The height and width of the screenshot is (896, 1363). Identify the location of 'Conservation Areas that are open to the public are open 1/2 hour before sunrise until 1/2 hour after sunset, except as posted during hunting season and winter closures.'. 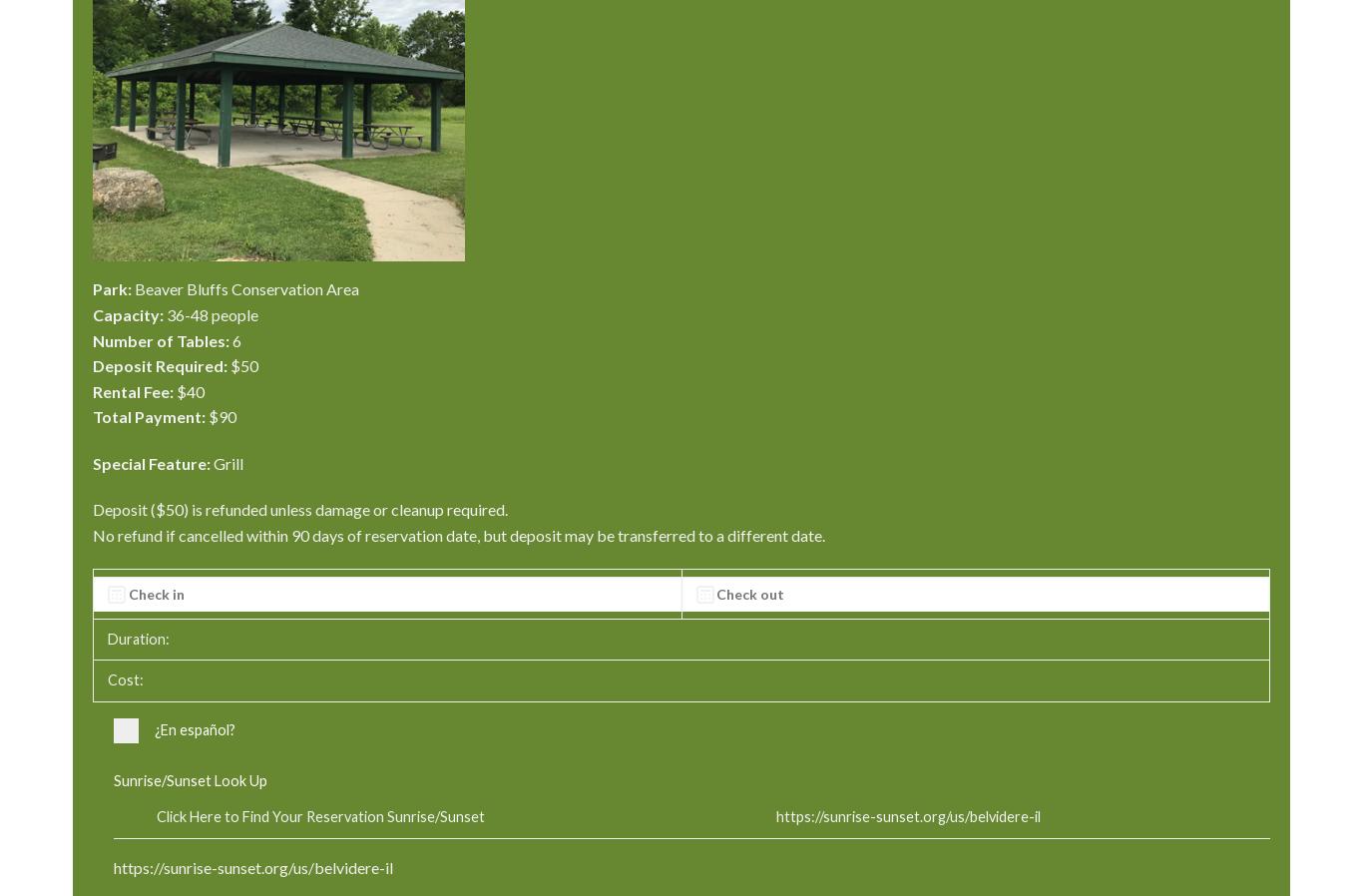
(678, 340).